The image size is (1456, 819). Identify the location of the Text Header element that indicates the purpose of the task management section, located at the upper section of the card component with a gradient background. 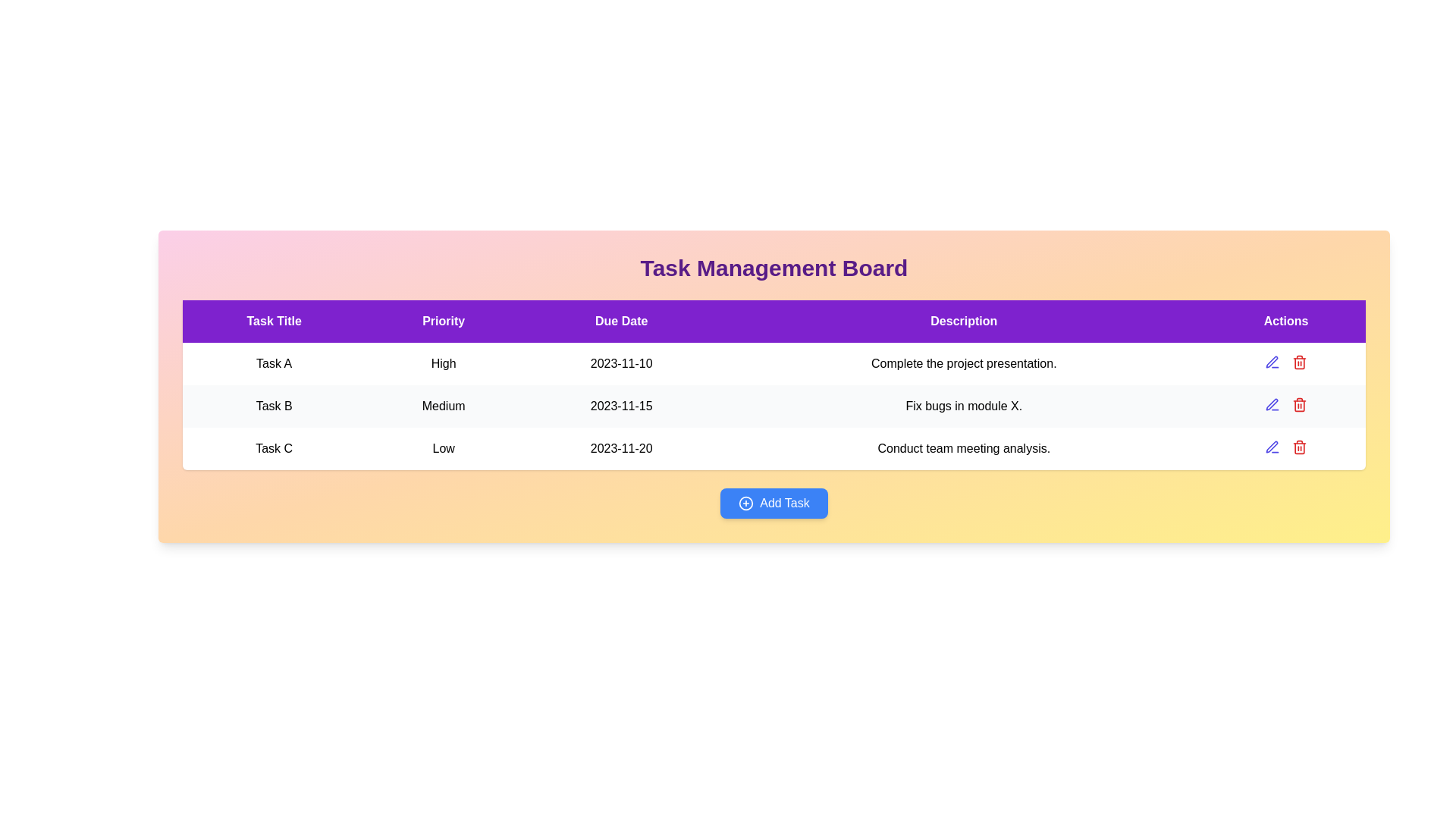
(774, 268).